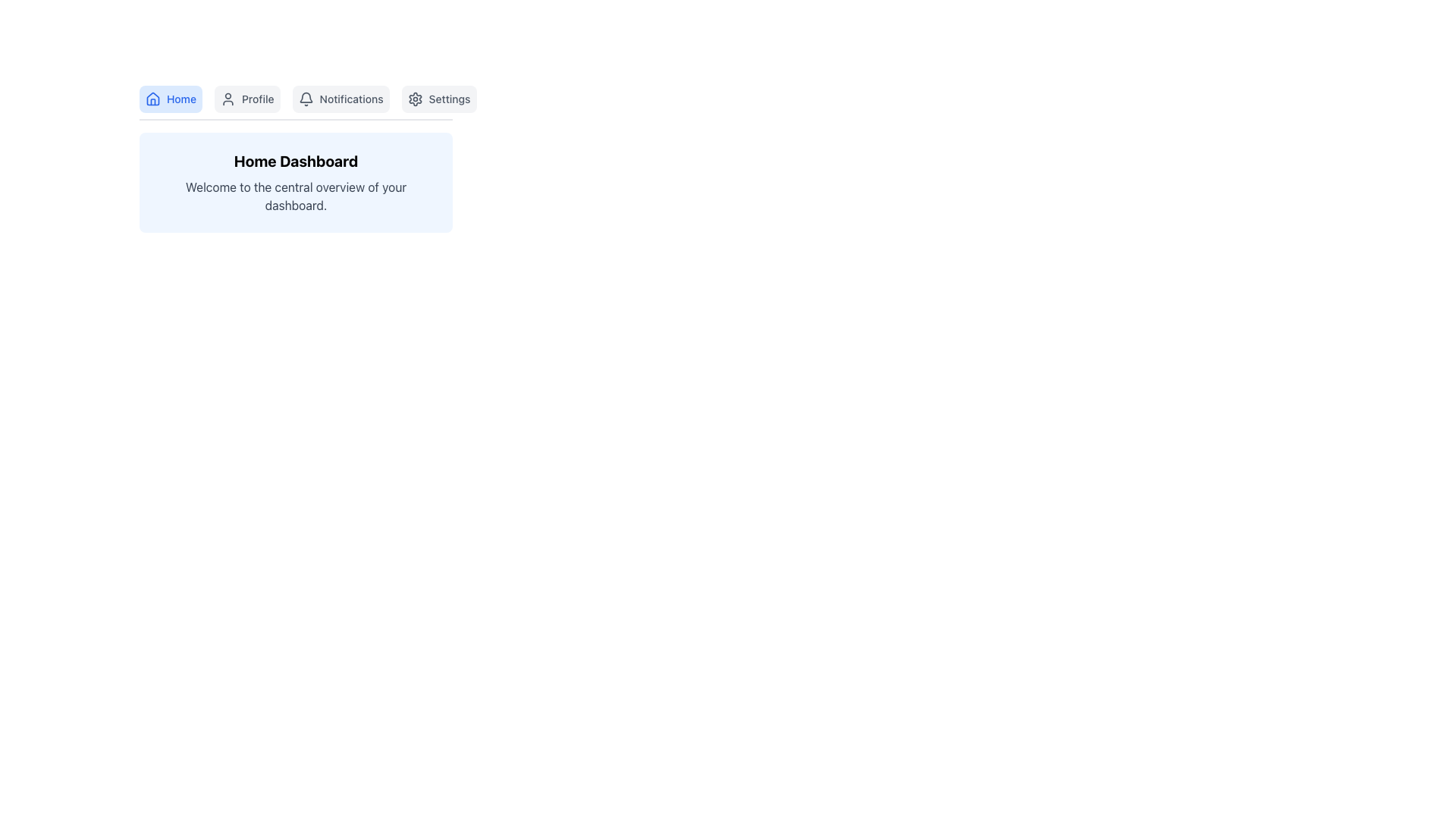 This screenshot has height=819, width=1456. Describe the element at coordinates (438, 99) in the screenshot. I see `the navigation button that redirects to the settings page, positioned to the right of the 'Notifications' button` at that location.